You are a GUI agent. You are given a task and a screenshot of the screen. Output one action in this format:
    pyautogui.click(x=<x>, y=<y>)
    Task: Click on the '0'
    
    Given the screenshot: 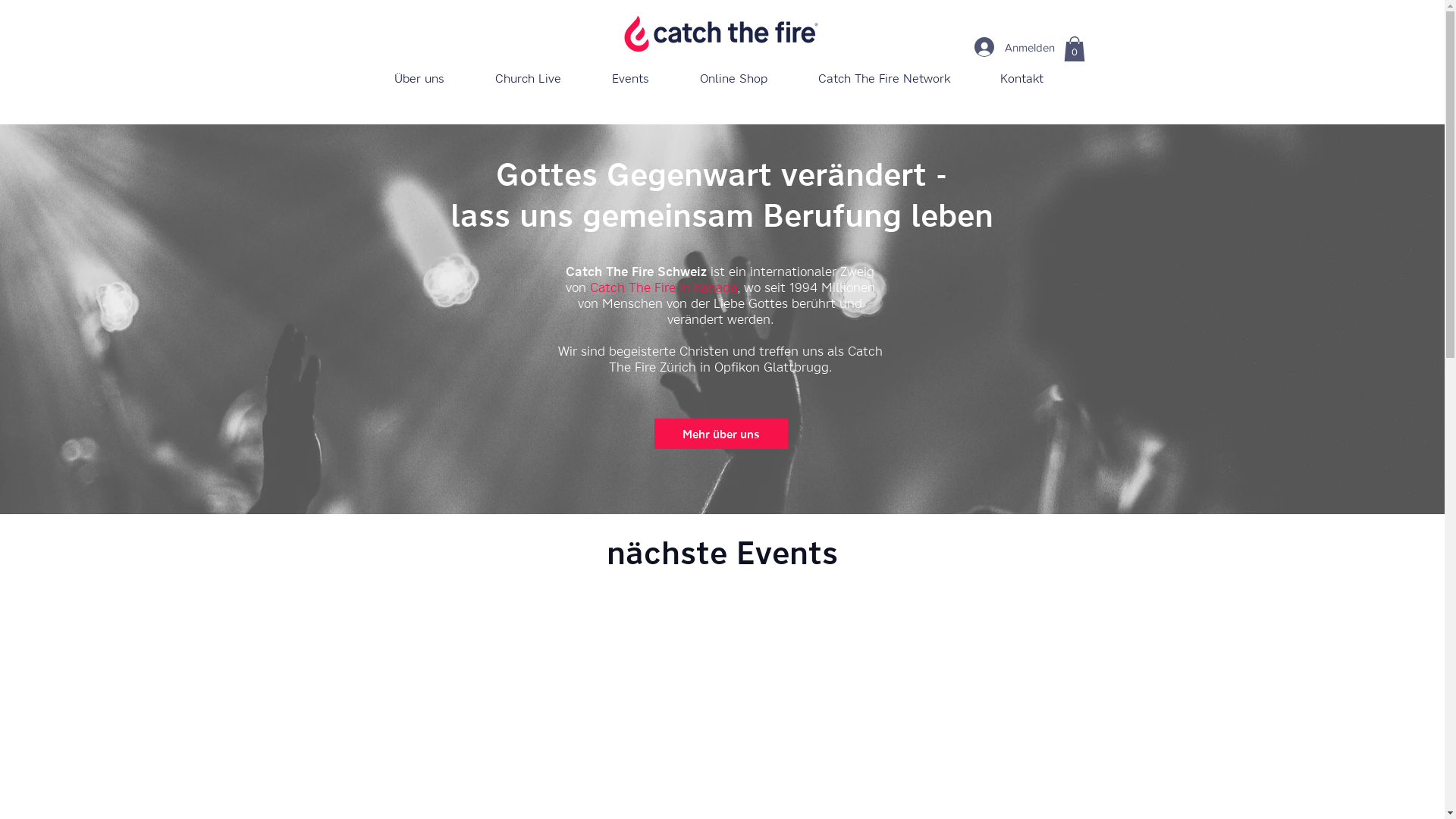 What is the action you would take?
    pyautogui.click(x=1073, y=48)
    